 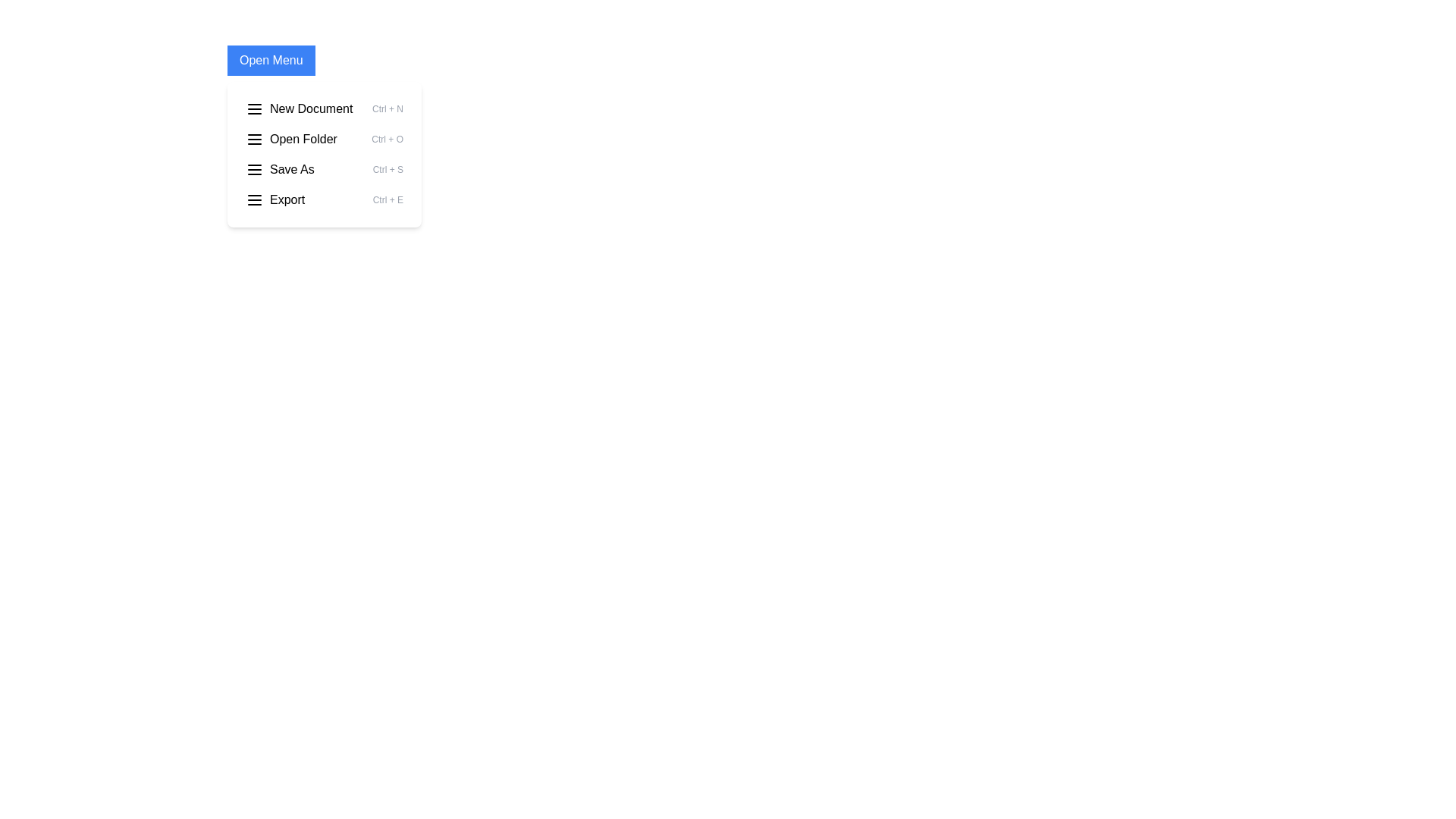 I want to click on the 'New Document' menu item in the dropdown menu, so click(x=310, y=108).